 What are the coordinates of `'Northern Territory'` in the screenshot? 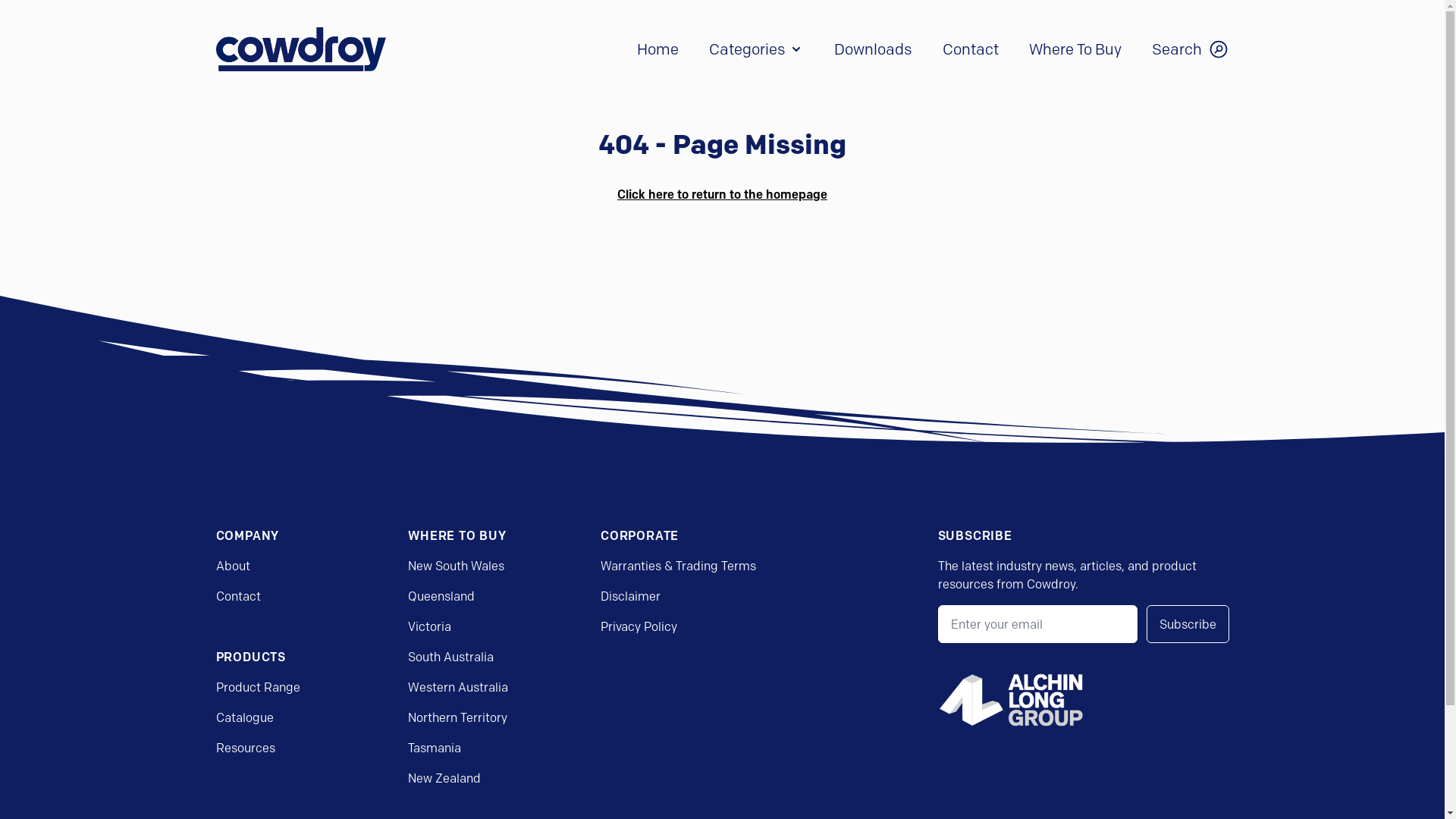 It's located at (407, 717).